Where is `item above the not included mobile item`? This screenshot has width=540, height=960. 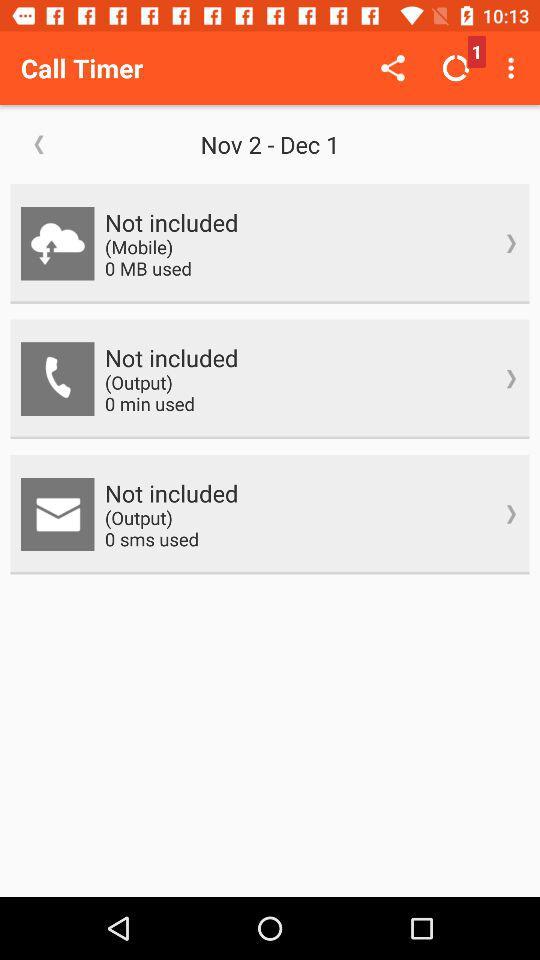
item above the not included mobile item is located at coordinates (270, 143).